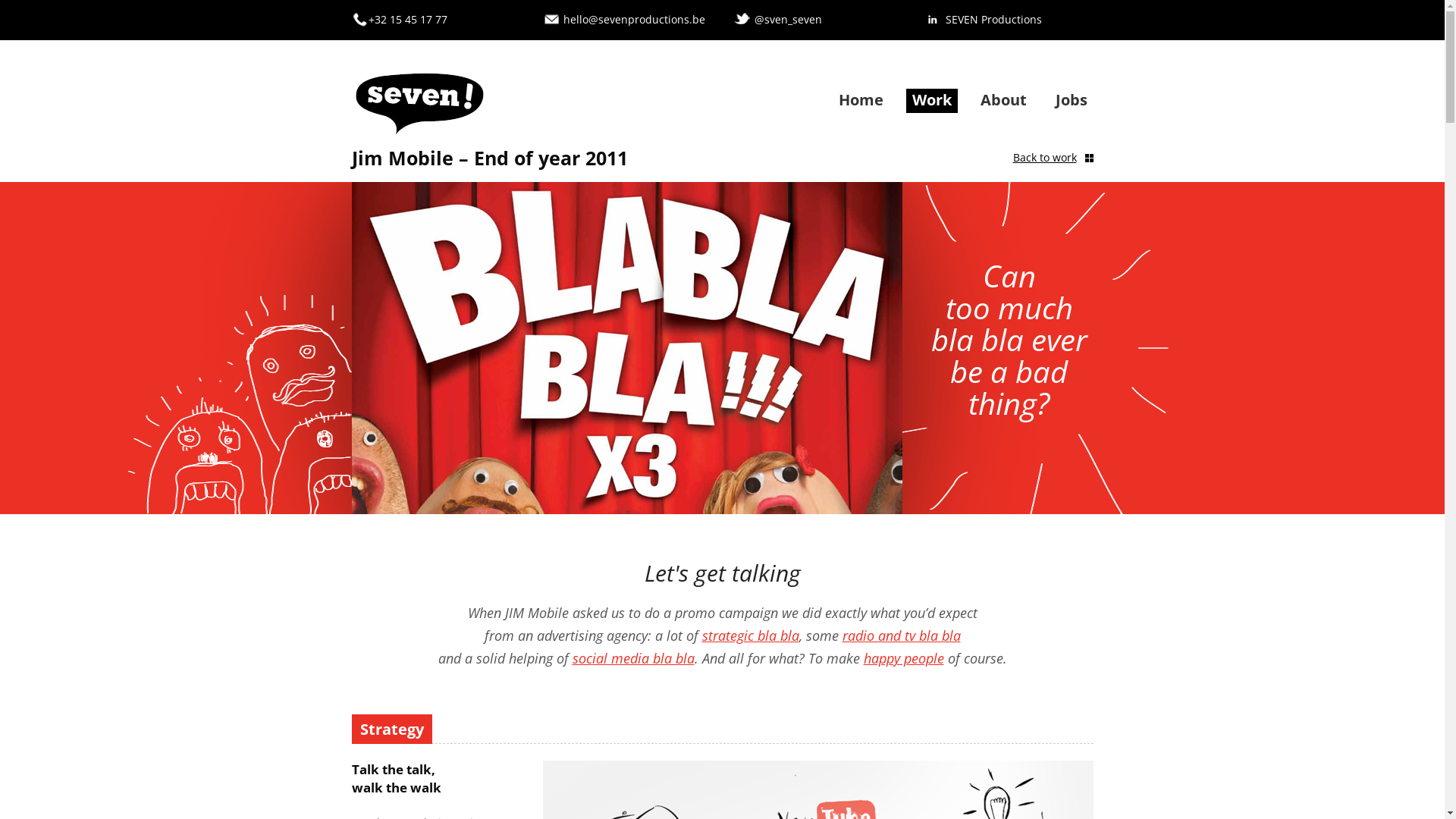  I want to click on 'hello@sevenproductions.be', so click(633, 19).